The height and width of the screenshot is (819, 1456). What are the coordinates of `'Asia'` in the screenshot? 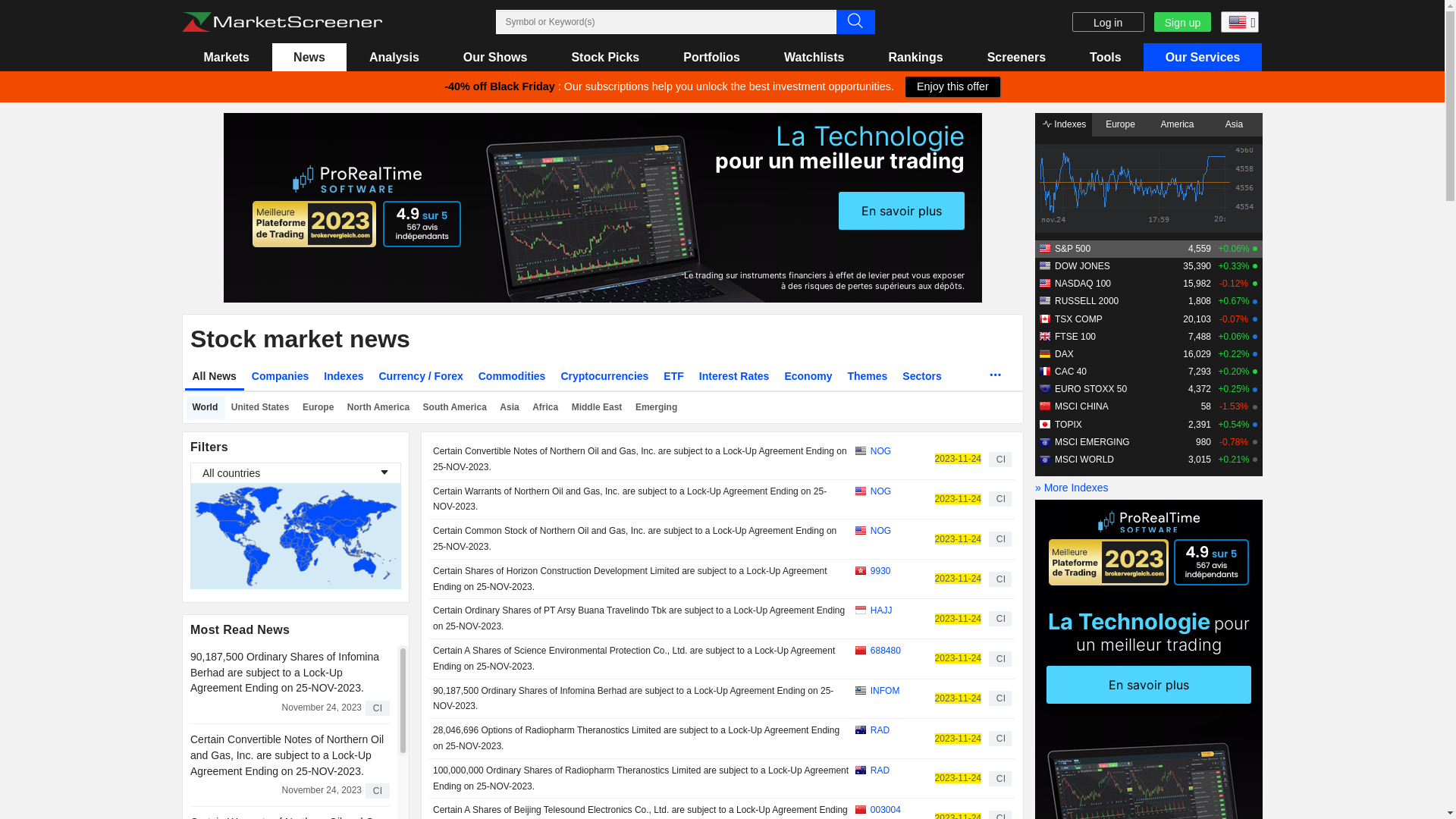 It's located at (510, 406).